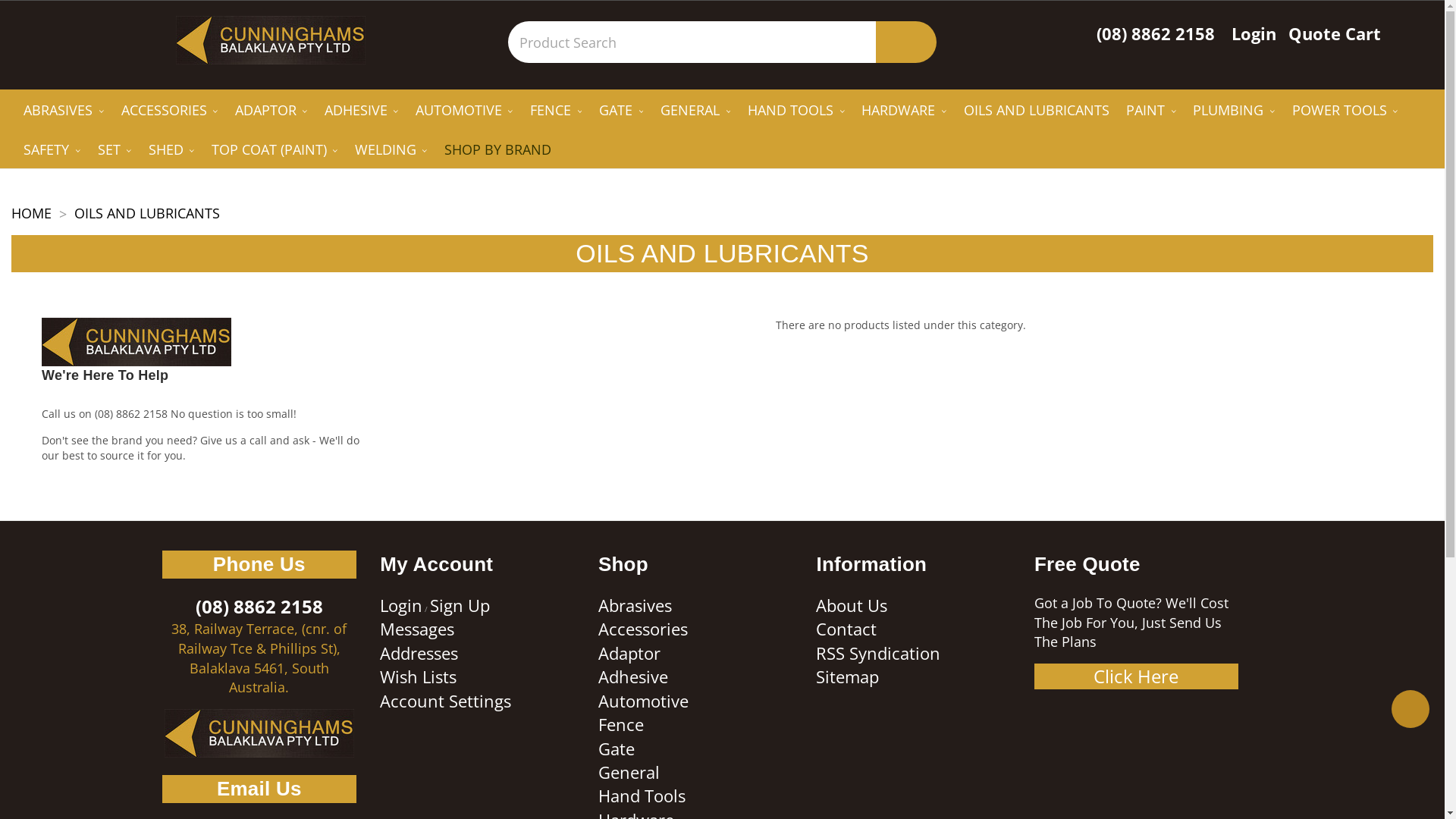  Describe the element at coordinates (52, 151) in the screenshot. I see `'SAFETY'` at that location.